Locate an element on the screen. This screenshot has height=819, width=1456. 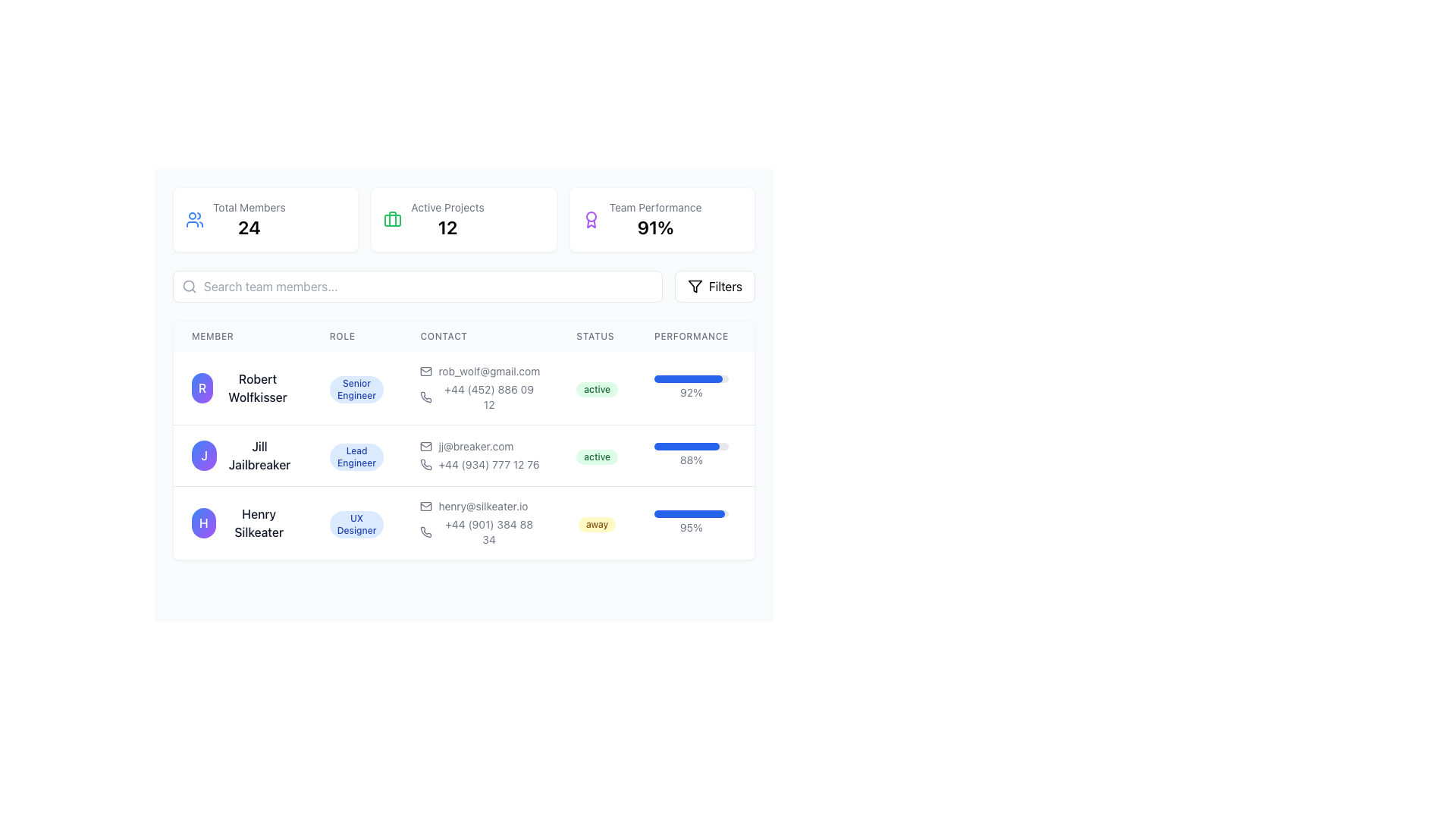
phone number from the Contact Information Display for the individual 'Jill Jailbreaker', which is located in the second row of the table under the 'Contact' column is located at coordinates (479, 455).